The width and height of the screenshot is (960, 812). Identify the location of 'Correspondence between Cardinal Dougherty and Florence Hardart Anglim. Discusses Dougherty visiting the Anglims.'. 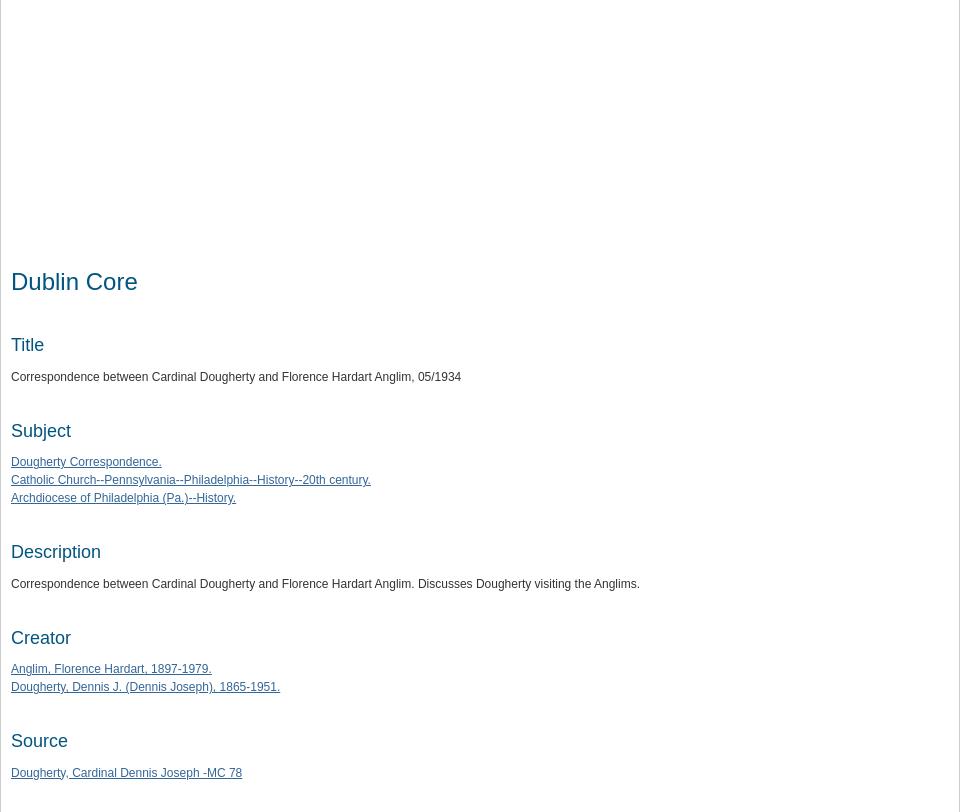
(10, 583).